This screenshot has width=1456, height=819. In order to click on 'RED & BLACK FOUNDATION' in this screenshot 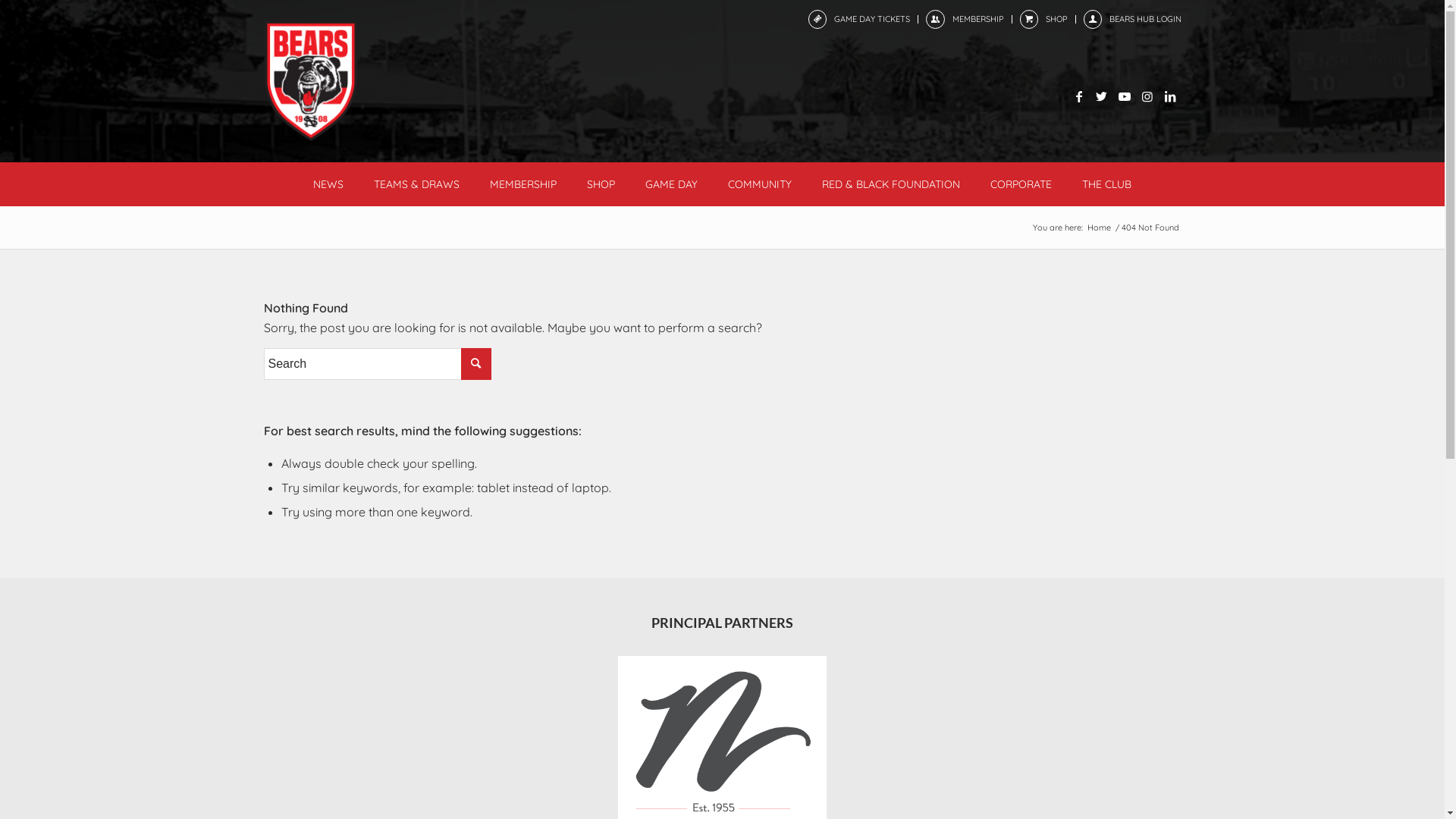, I will do `click(891, 184)`.